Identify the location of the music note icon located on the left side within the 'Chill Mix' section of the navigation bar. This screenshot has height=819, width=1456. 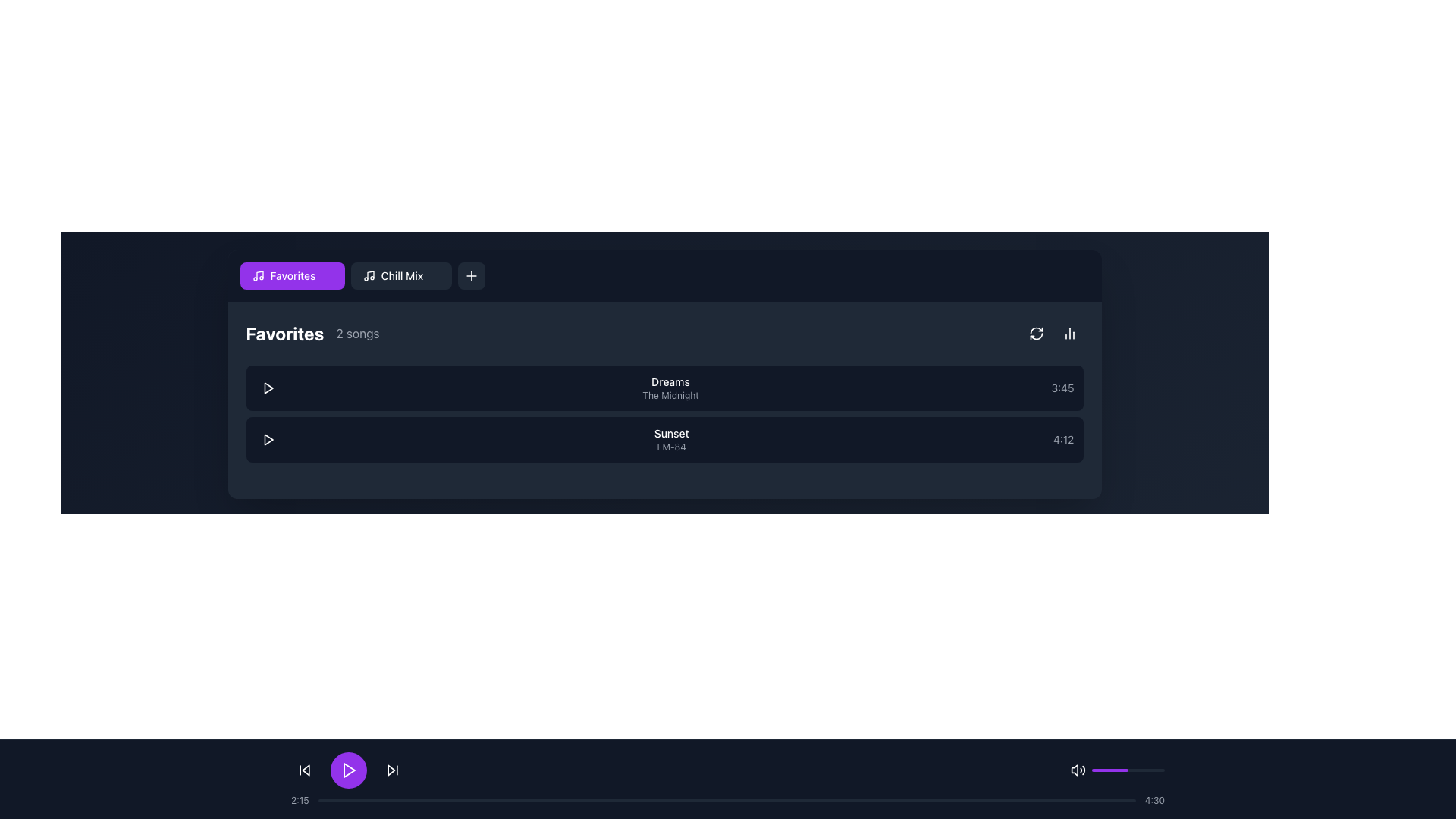
(369, 275).